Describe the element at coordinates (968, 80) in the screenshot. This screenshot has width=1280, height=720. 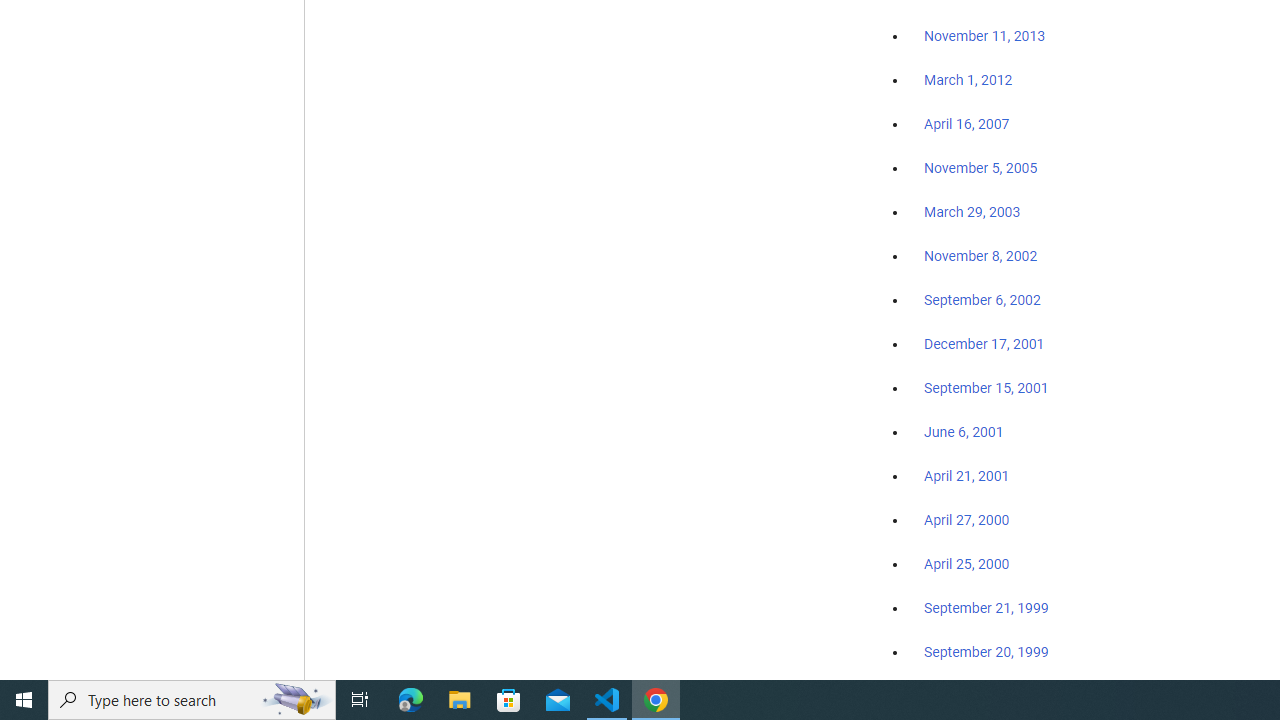
I see `'March 1, 2012'` at that location.